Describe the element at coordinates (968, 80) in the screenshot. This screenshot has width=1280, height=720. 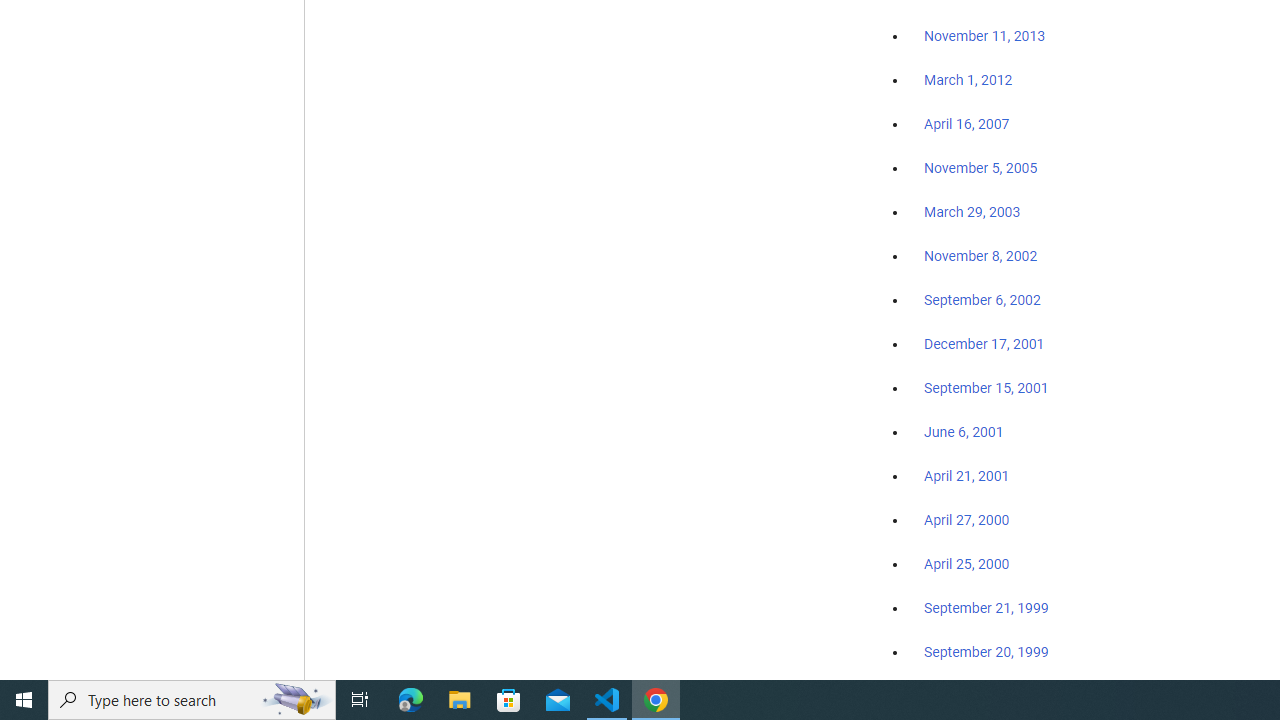
I see `'March 1, 2012'` at that location.